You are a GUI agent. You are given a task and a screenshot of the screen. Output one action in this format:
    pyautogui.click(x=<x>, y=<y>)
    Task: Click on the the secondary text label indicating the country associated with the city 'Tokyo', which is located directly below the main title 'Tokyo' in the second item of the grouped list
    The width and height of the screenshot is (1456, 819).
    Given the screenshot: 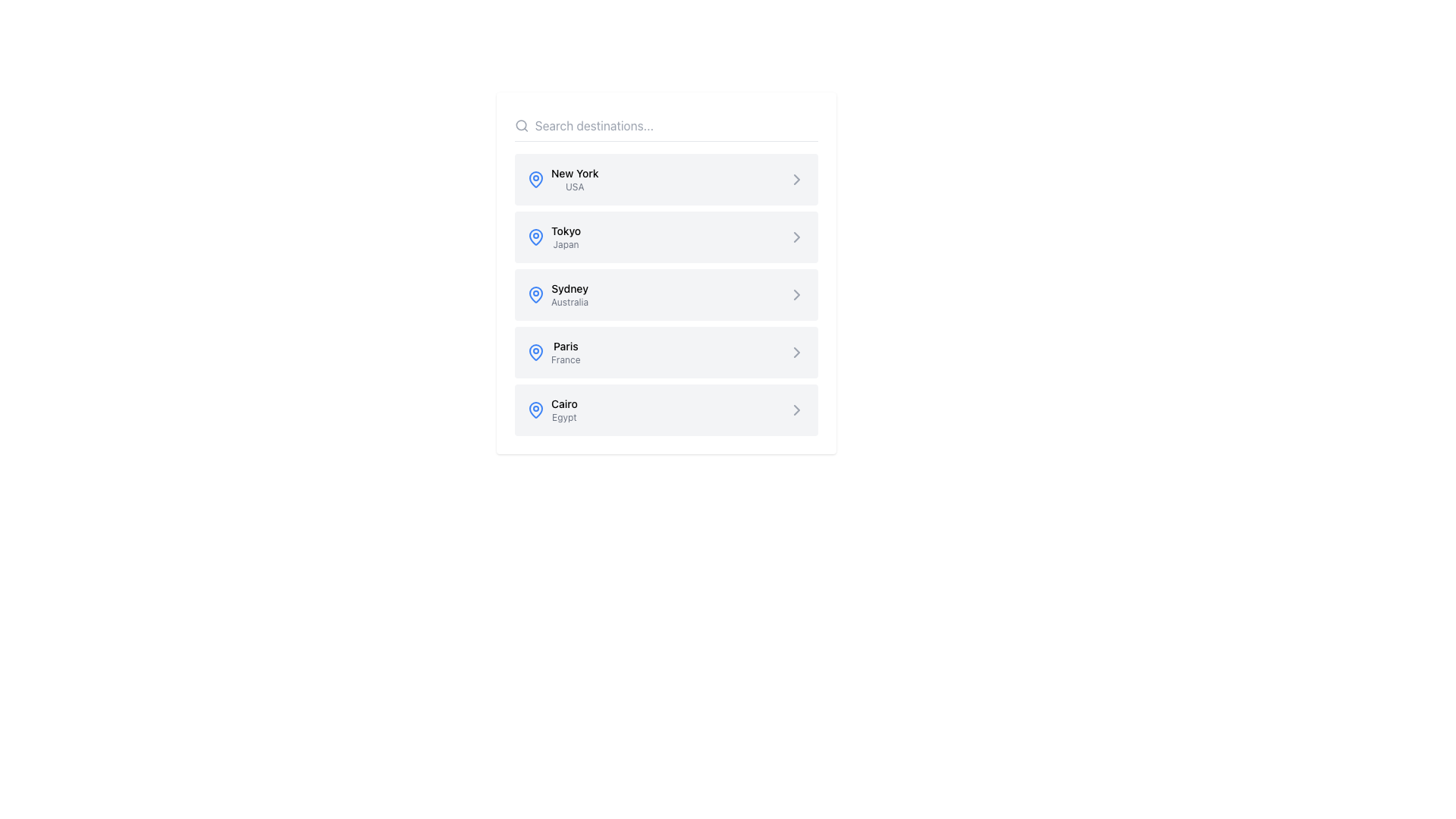 What is the action you would take?
    pyautogui.click(x=565, y=244)
    